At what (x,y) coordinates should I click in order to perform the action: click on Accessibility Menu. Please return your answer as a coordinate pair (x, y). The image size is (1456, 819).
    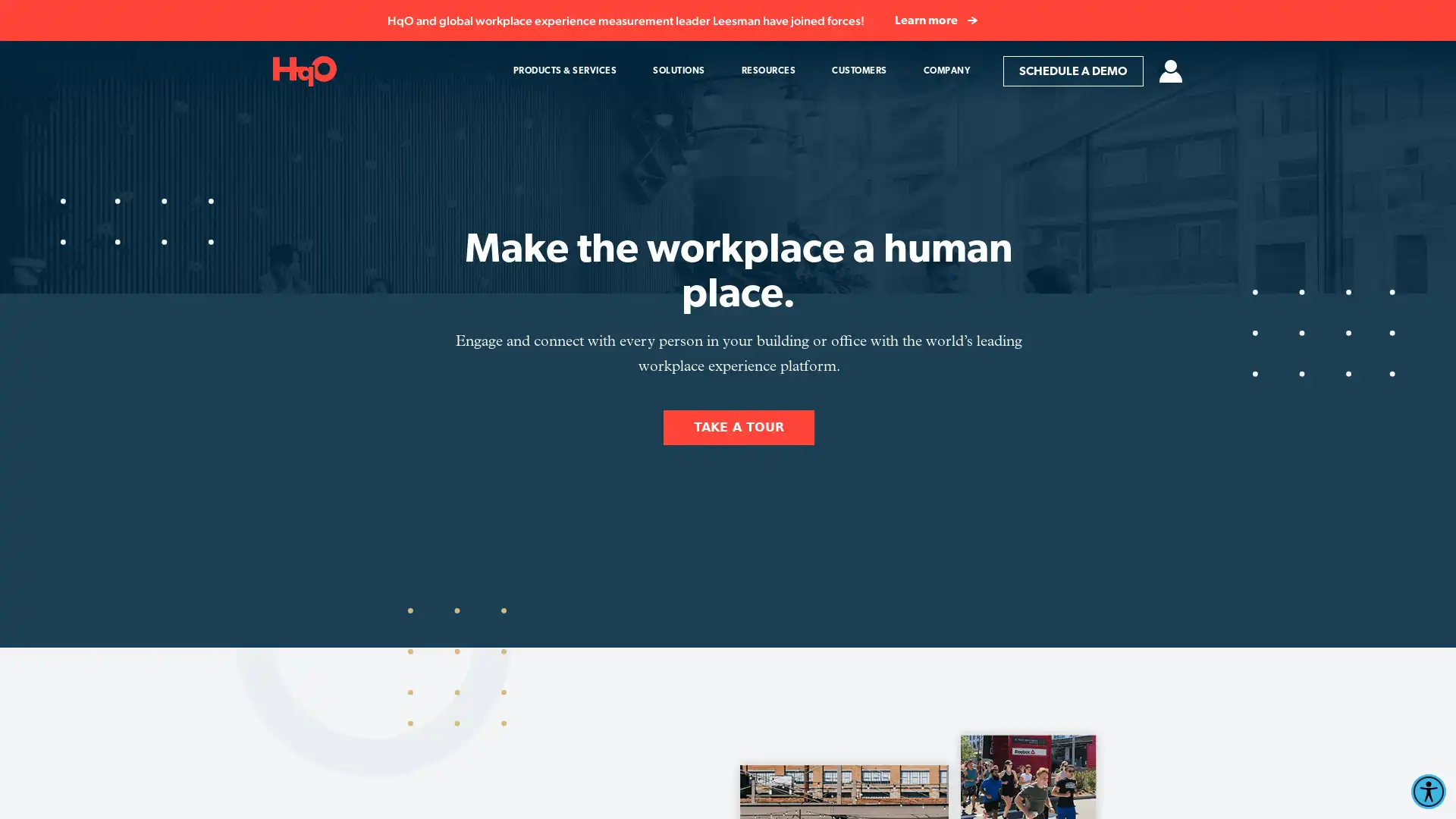
    Looking at the image, I should click on (1427, 791).